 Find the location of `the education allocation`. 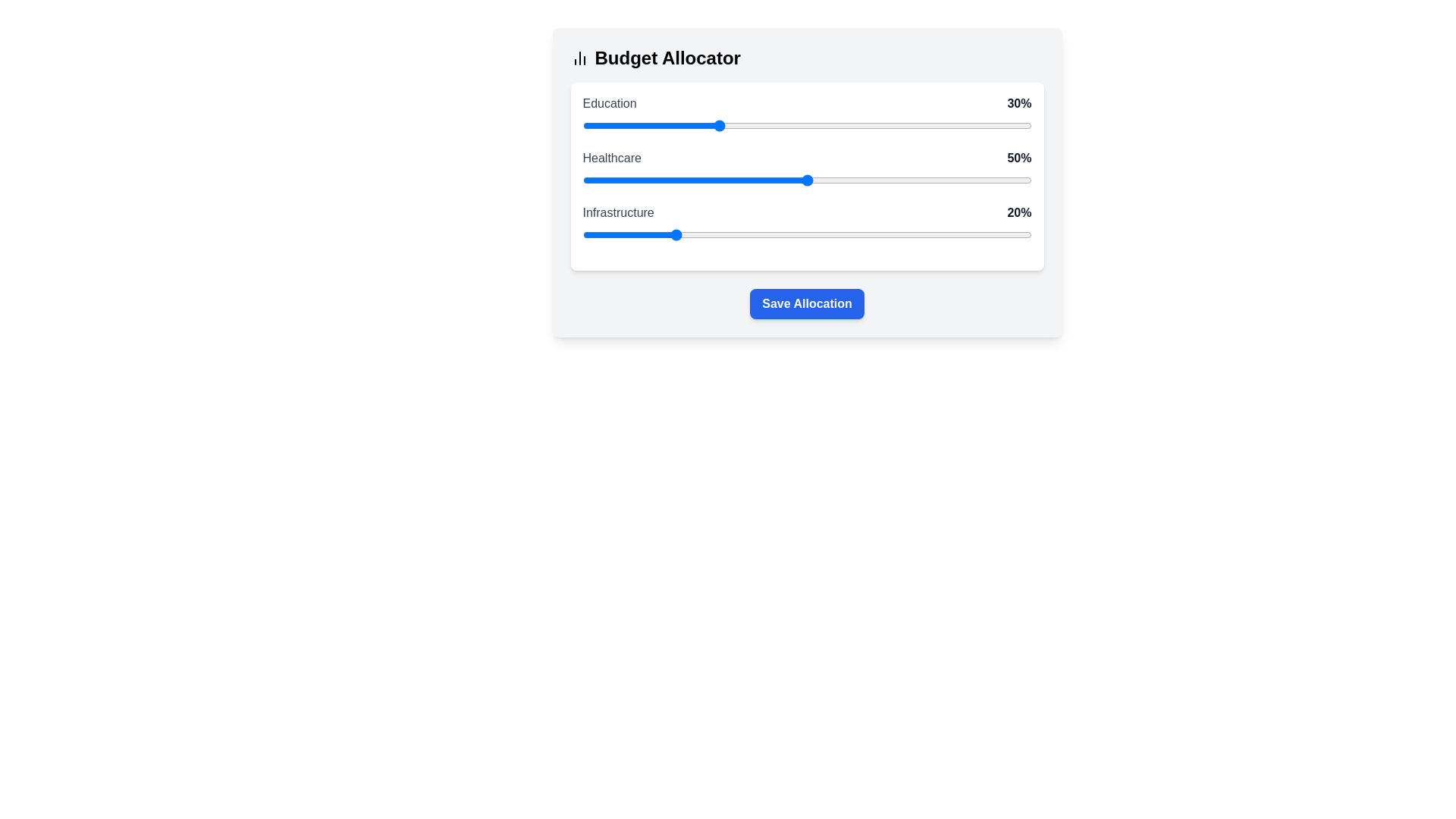

the education allocation is located at coordinates (1000, 124).